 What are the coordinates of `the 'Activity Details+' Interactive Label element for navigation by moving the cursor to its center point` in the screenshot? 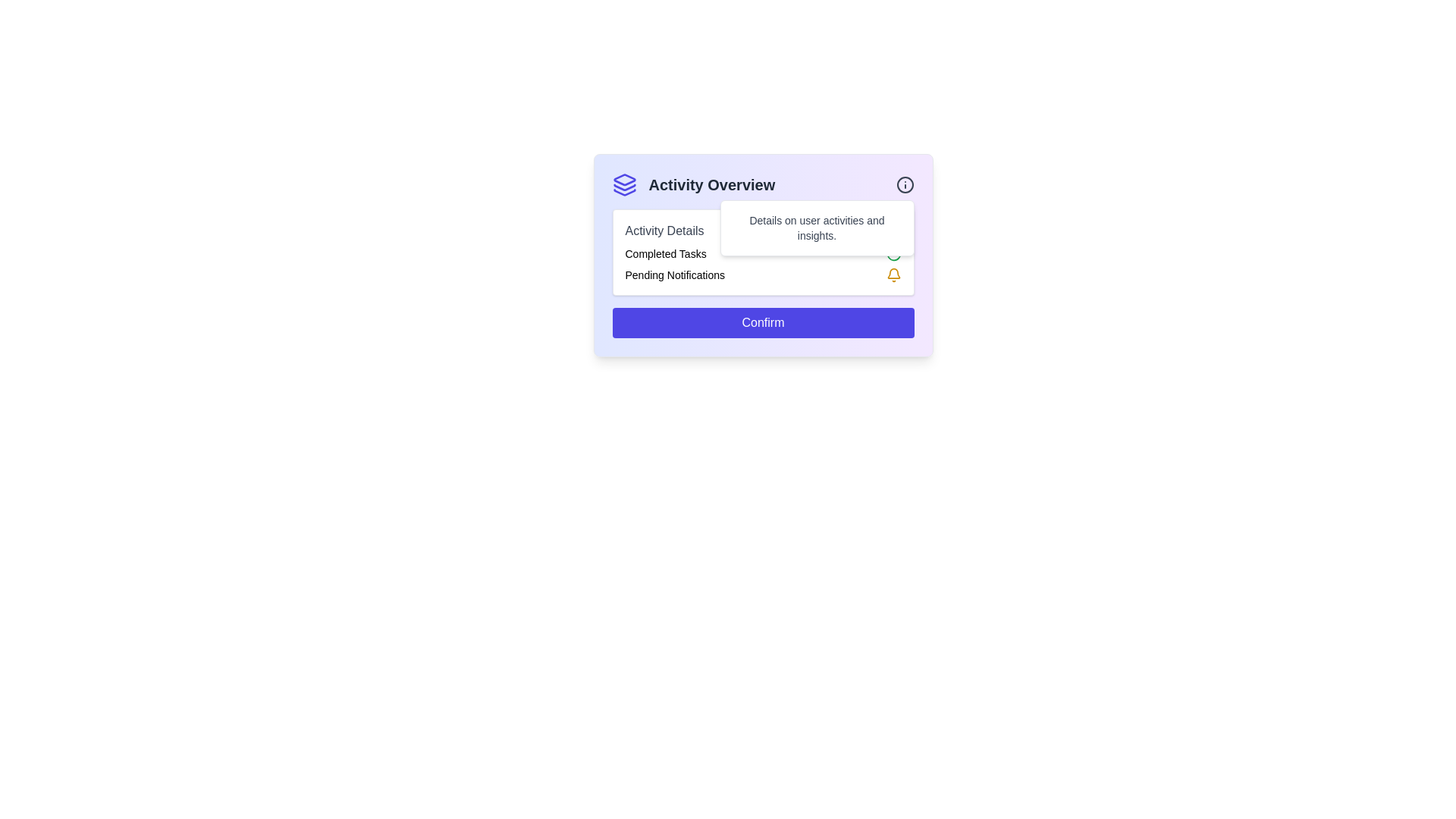 It's located at (763, 231).